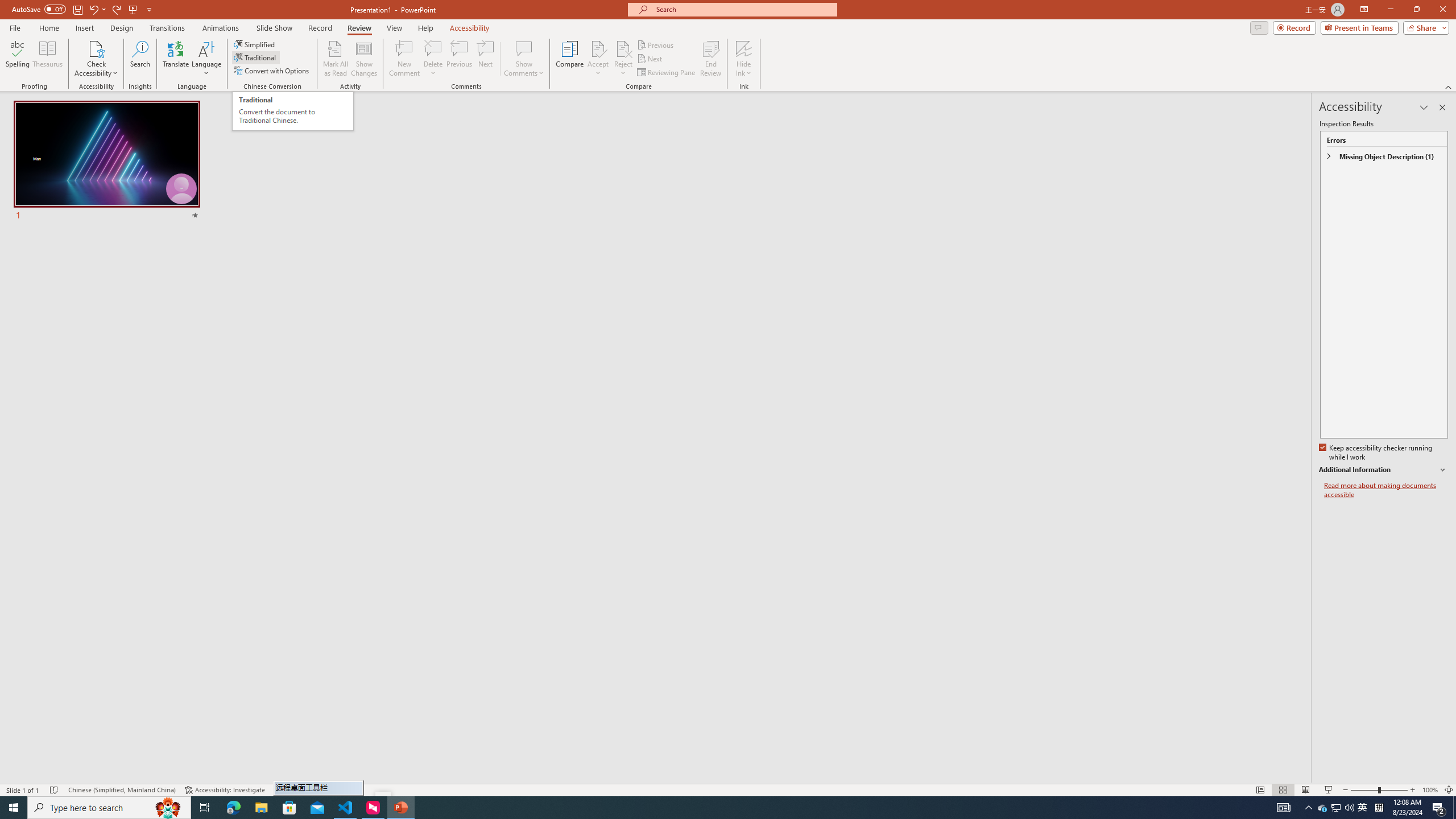 Image resolution: width=1456 pixels, height=819 pixels. Describe the element at coordinates (524, 48) in the screenshot. I see `'Show Comments'` at that location.